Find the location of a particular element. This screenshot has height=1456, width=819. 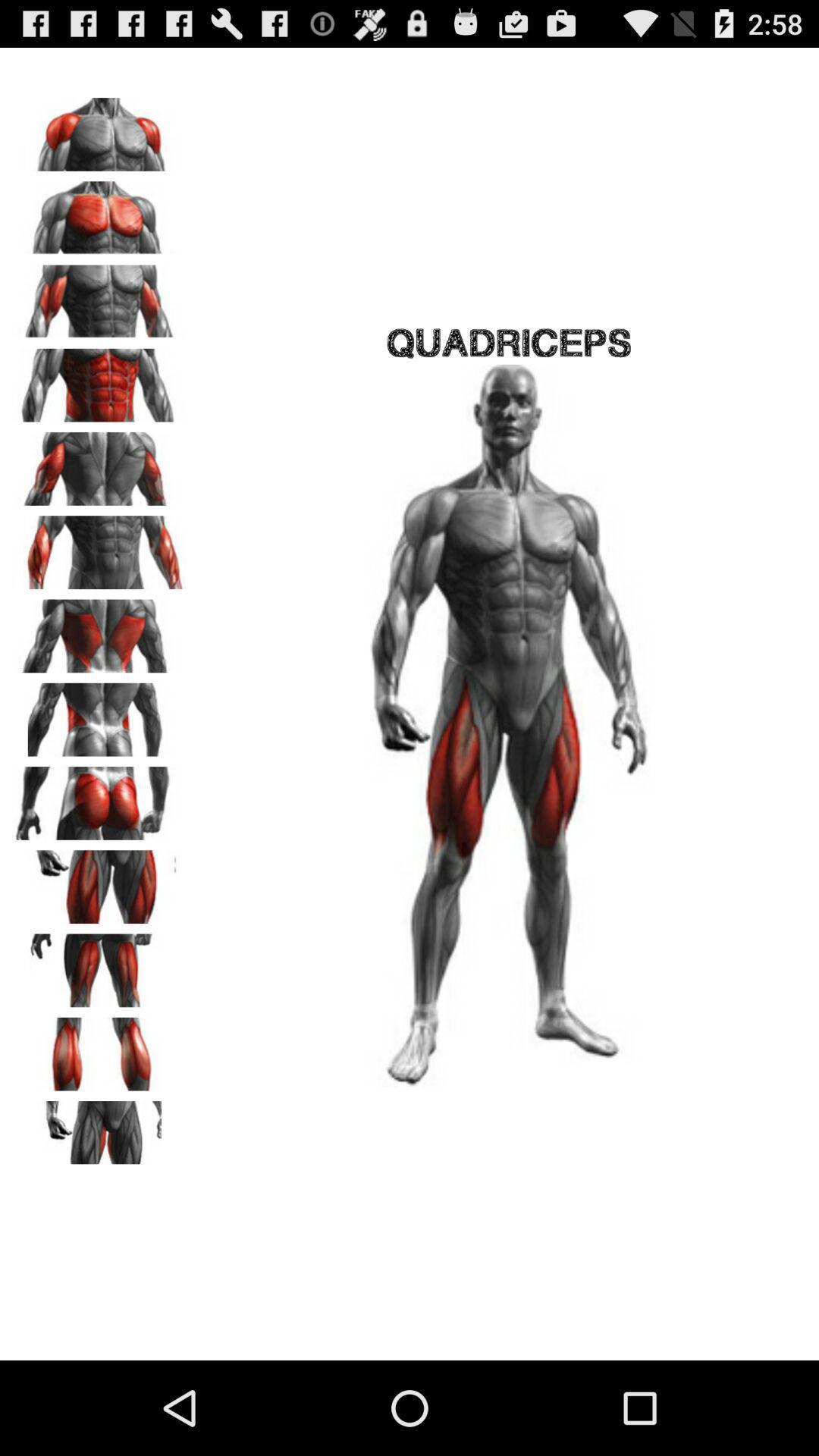

front side of the body is located at coordinates (99, 129).